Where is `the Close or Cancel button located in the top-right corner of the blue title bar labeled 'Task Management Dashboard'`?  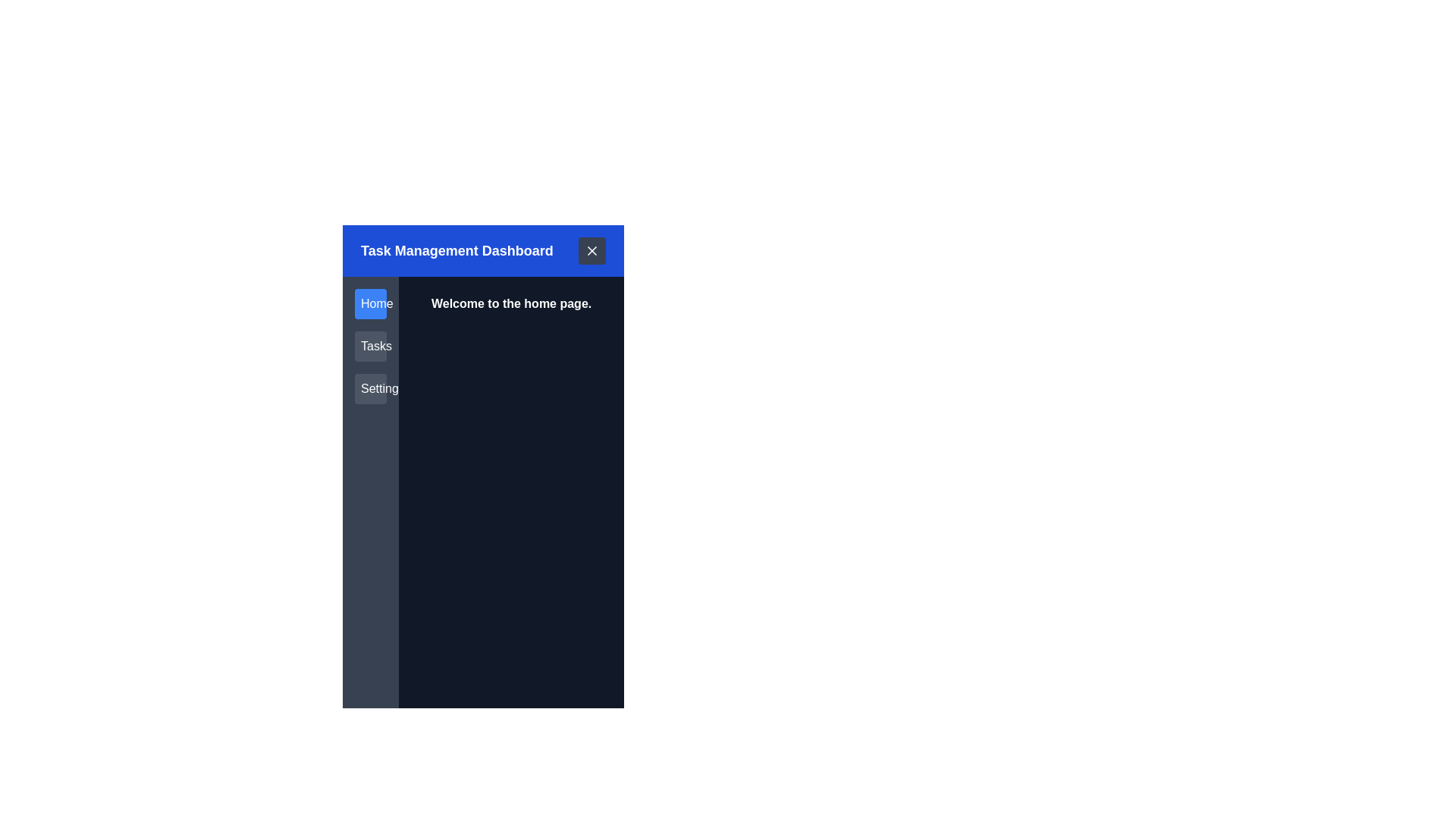
the Close or Cancel button located in the top-right corner of the blue title bar labeled 'Task Management Dashboard' is located at coordinates (591, 250).